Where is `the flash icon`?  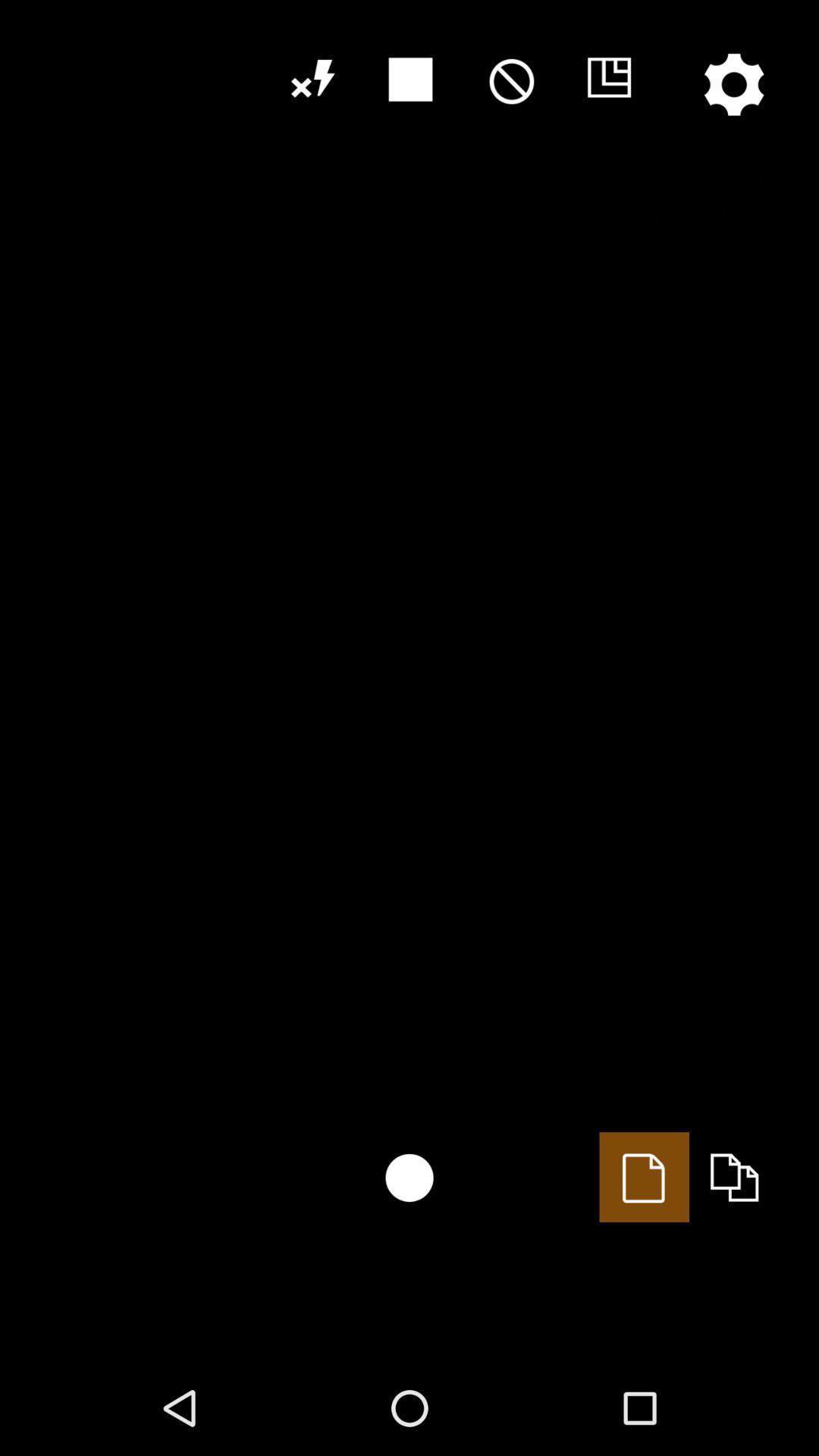 the flash icon is located at coordinates (310, 79).